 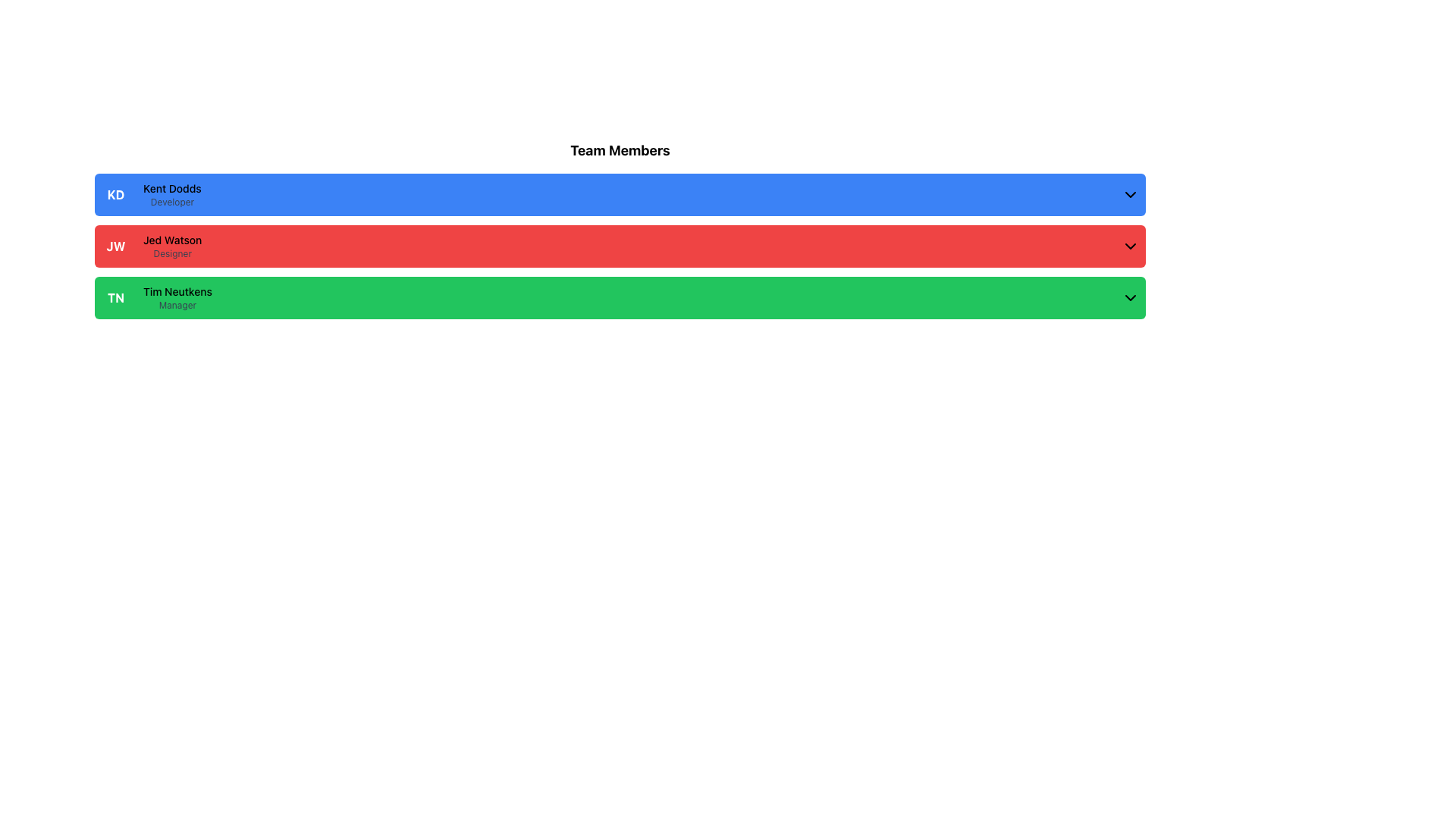 I want to click on the text label displaying 'Developer', which is styled in a small and light font and located below 'Kent Dodds' within a blue rectangular area, so click(x=172, y=201).